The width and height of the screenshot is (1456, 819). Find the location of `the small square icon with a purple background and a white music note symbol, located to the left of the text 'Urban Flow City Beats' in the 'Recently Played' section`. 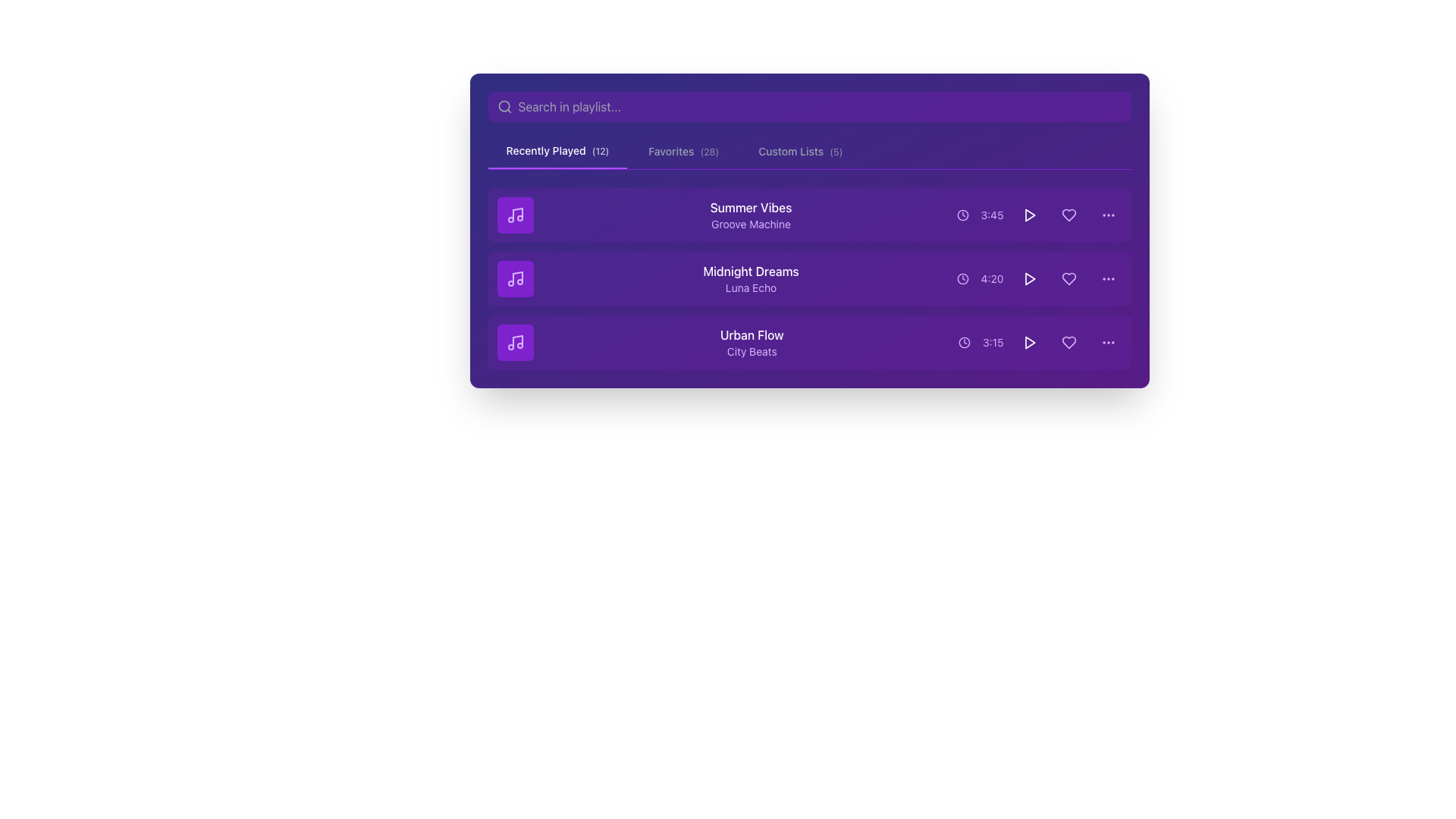

the small square icon with a purple background and a white music note symbol, located to the left of the text 'Urban Flow City Beats' in the 'Recently Played' section is located at coordinates (515, 342).